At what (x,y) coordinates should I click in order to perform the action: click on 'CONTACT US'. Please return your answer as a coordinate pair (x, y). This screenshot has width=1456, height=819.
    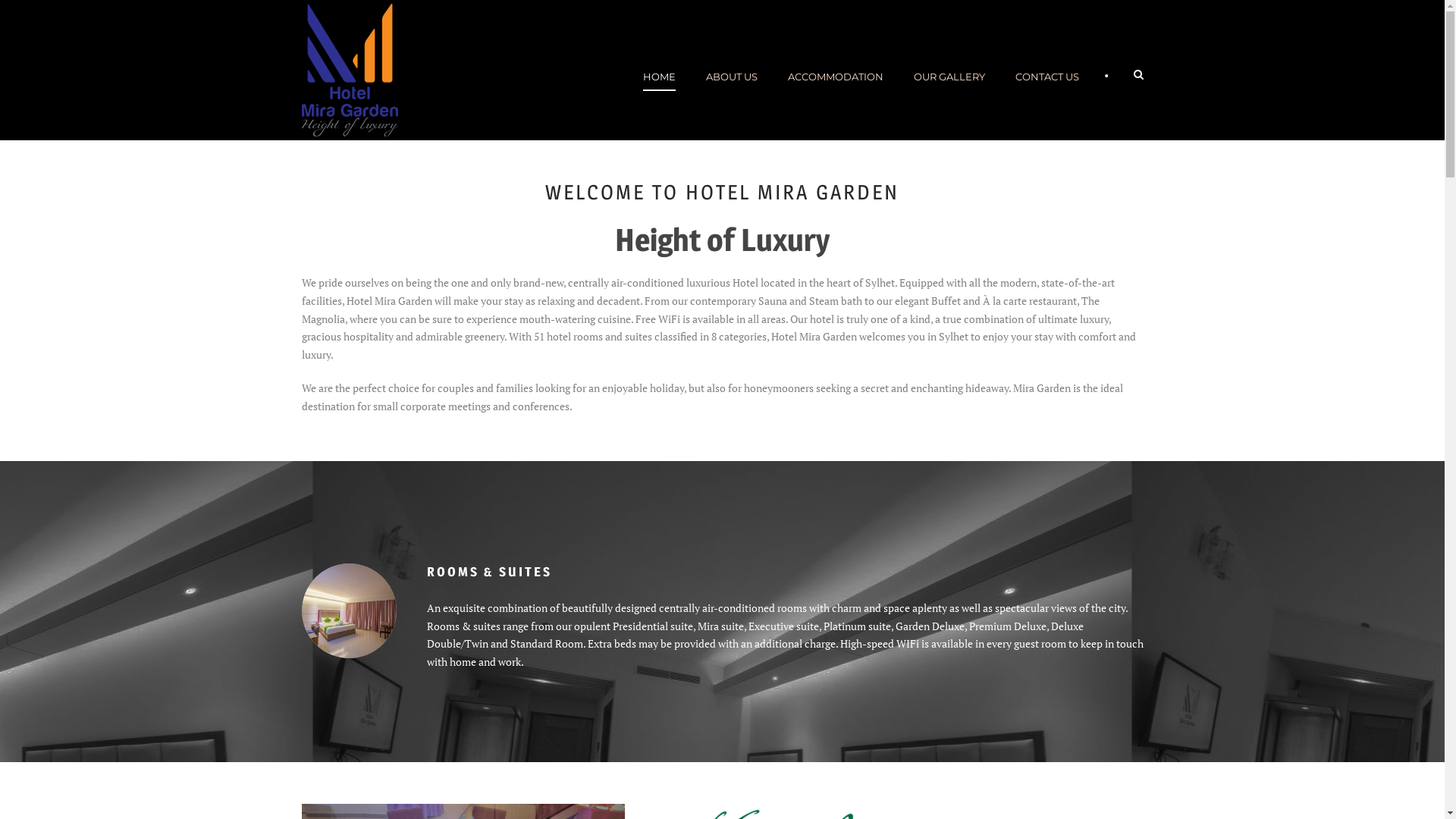
    Looking at the image, I should click on (1046, 93).